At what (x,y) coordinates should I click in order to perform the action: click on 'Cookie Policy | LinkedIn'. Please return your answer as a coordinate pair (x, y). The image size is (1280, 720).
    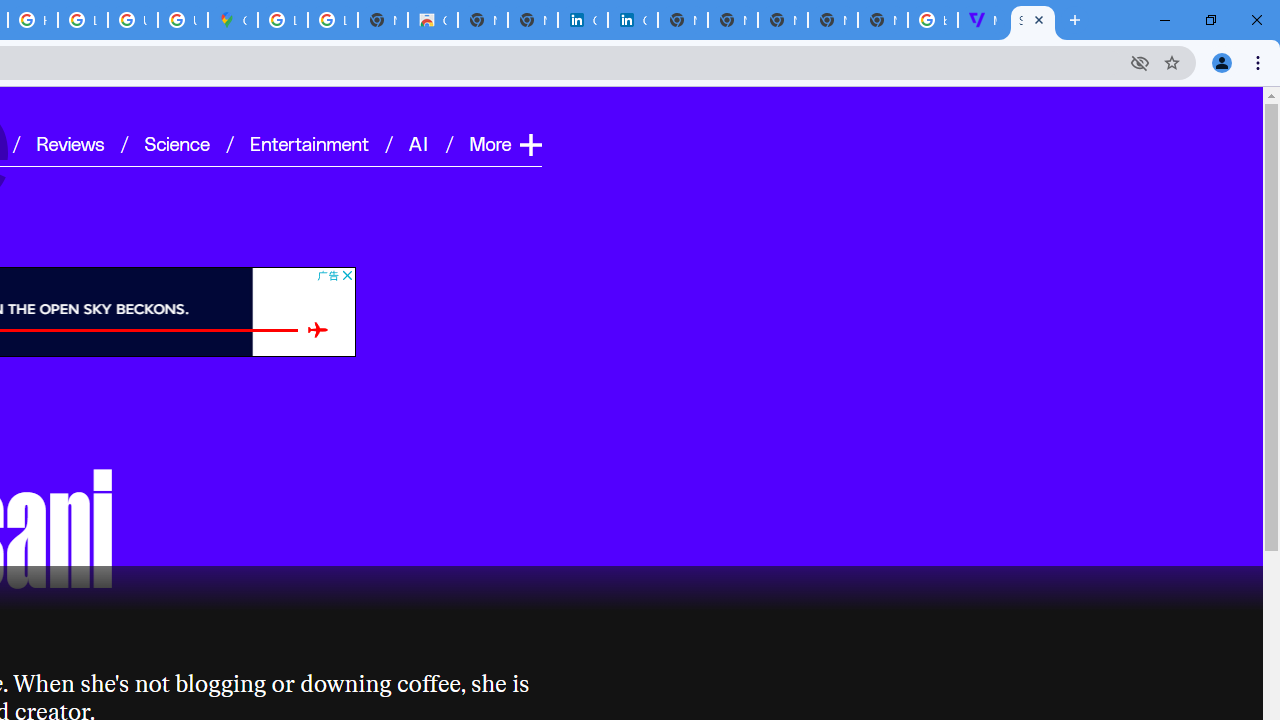
    Looking at the image, I should click on (582, 20).